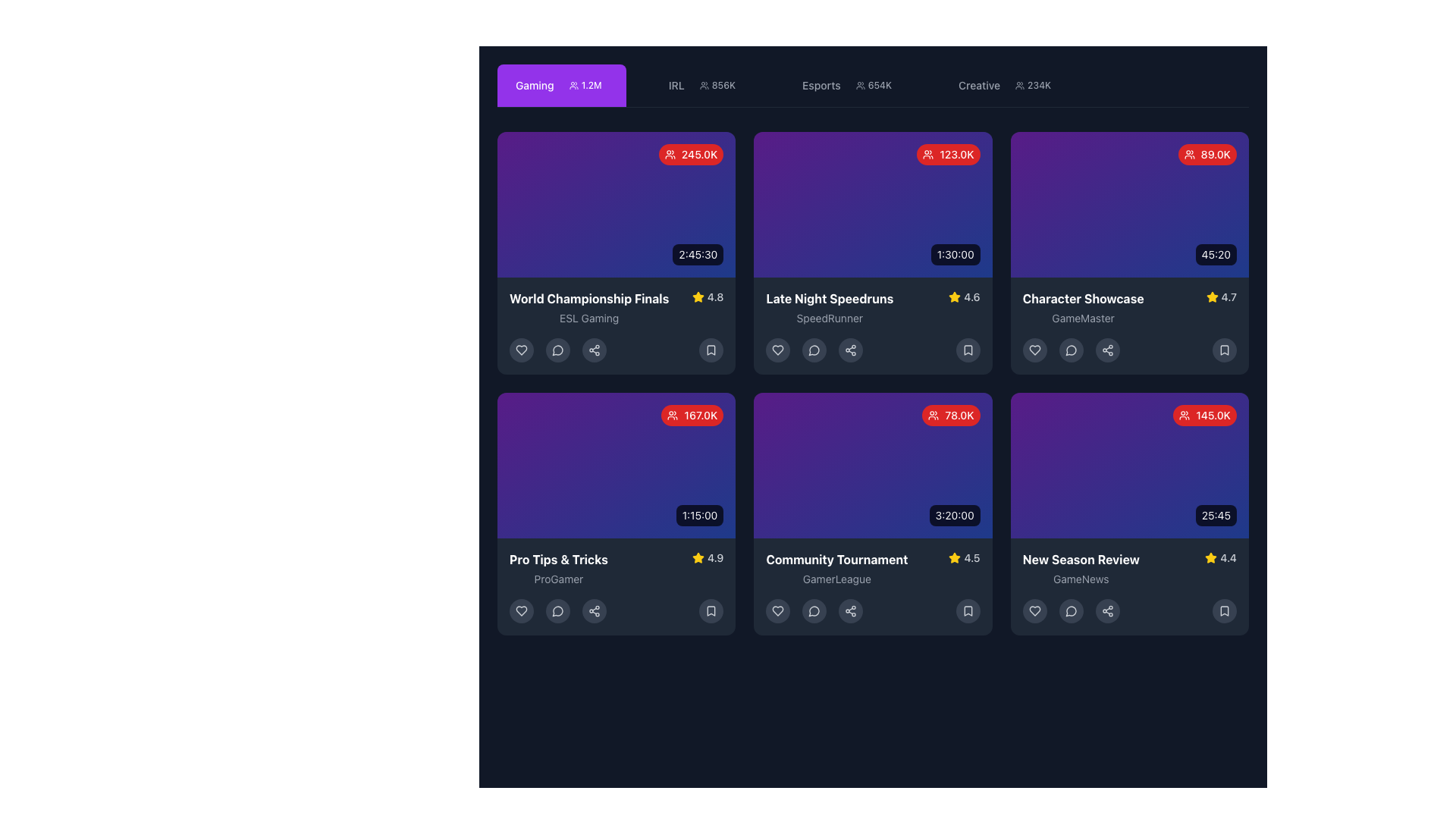 The image size is (1456, 819). Describe the element at coordinates (1211, 297) in the screenshot. I see `the rating score icon located in the second row and first column item card of the grid layout, positioned to the right of the title and description text` at that location.